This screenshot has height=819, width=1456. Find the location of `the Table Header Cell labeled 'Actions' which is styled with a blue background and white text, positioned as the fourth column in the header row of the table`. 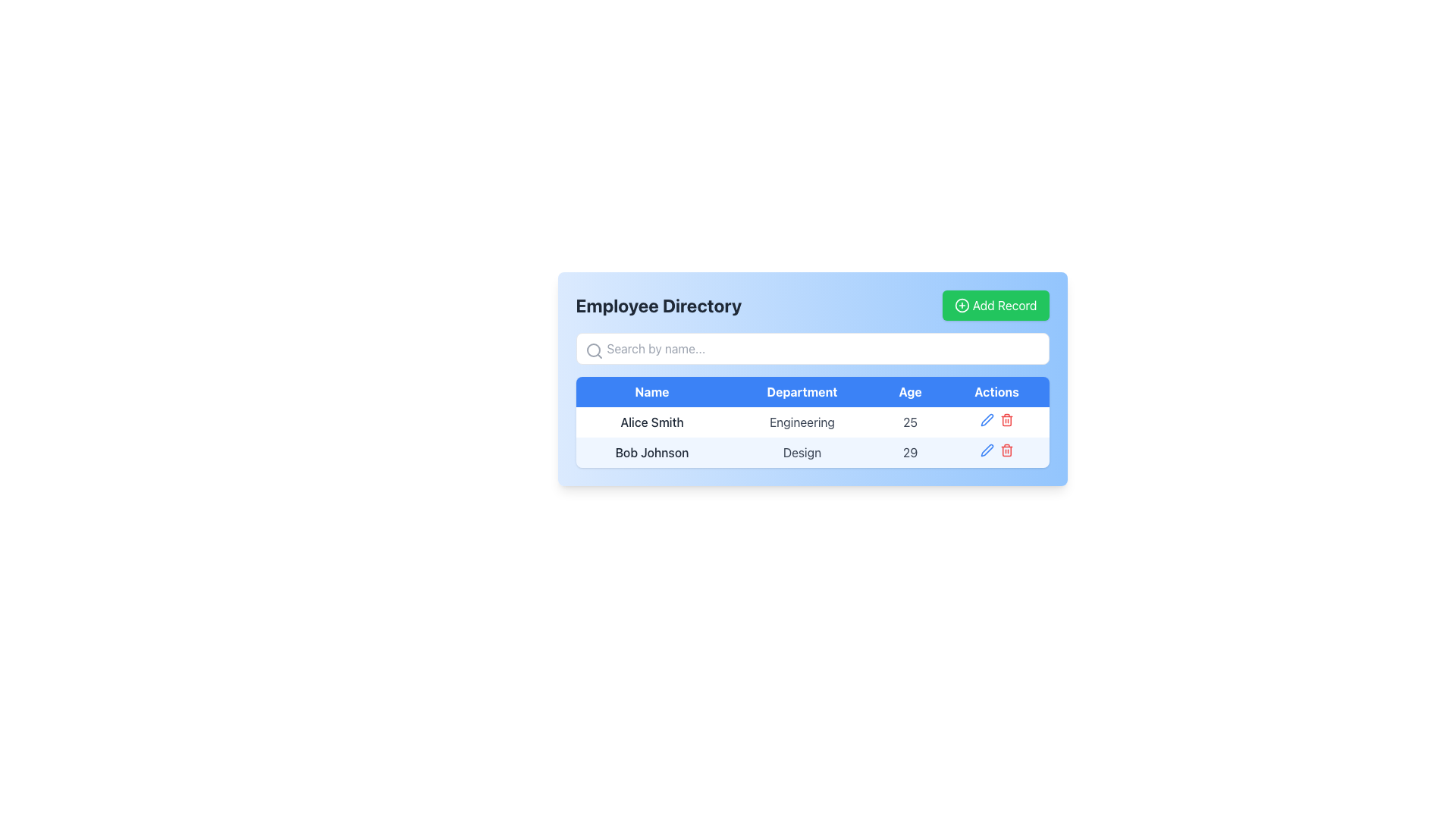

the Table Header Cell labeled 'Actions' which is styled with a blue background and white text, positioned as the fourth column in the header row of the table is located at coordinates (996, 391).